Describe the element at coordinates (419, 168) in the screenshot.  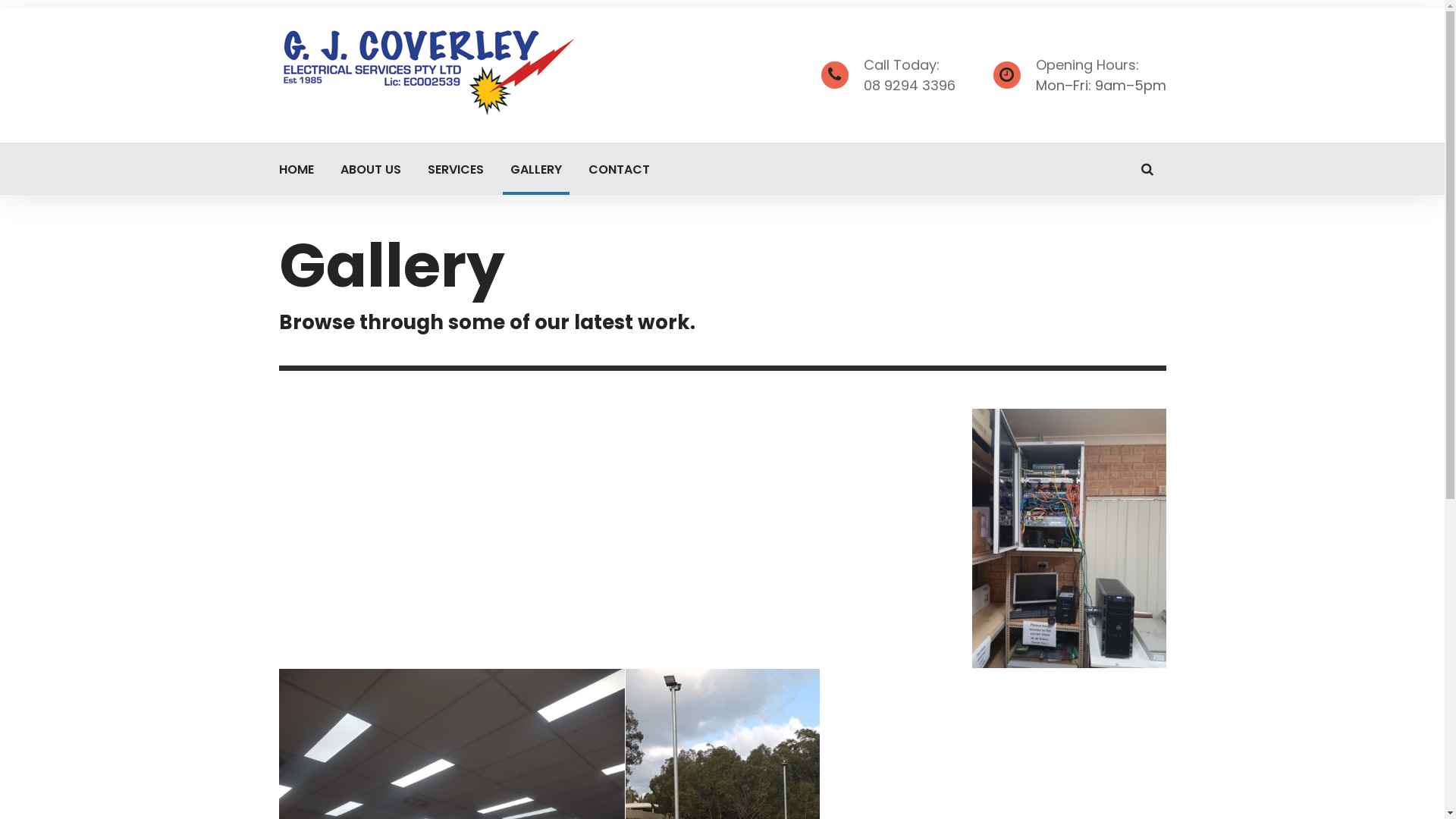
I see `'SERVICES'` at that location.